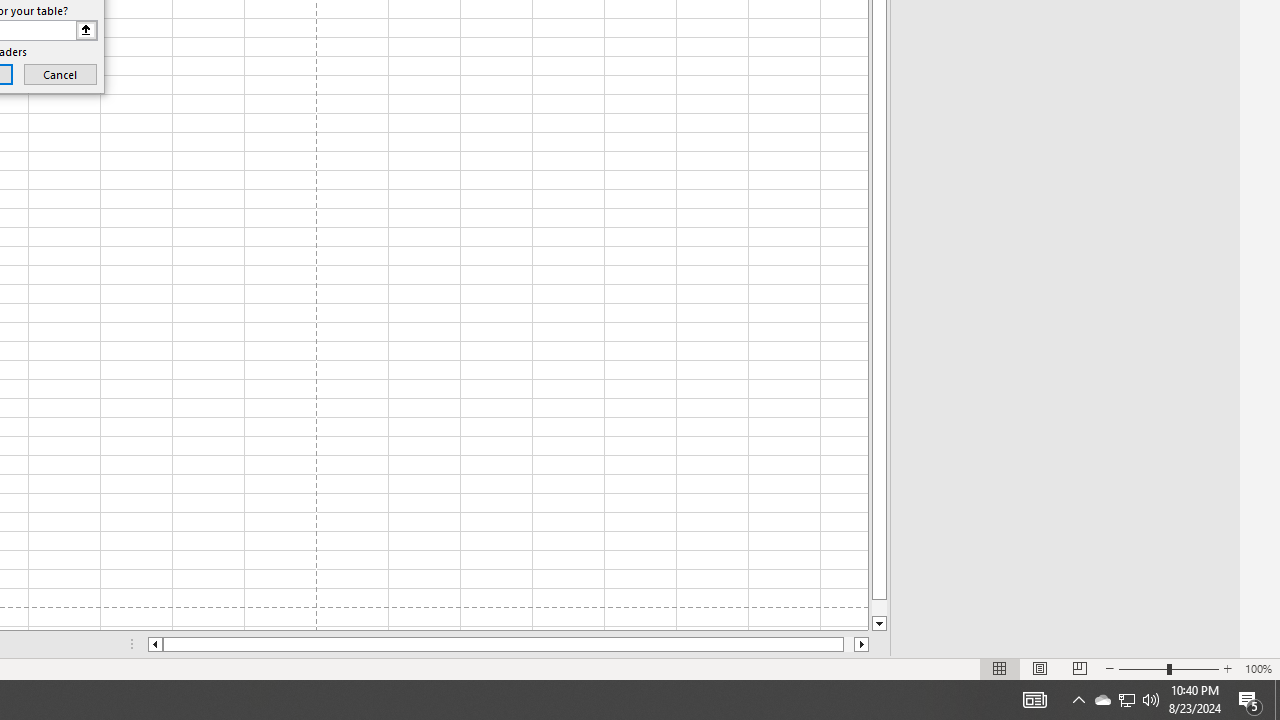 This screenshot has height=720, width=1280. What do you see at coordinates (1168, 669) in the screenshot?
I see `'Zoom'` at bounding box center [1168, 669].